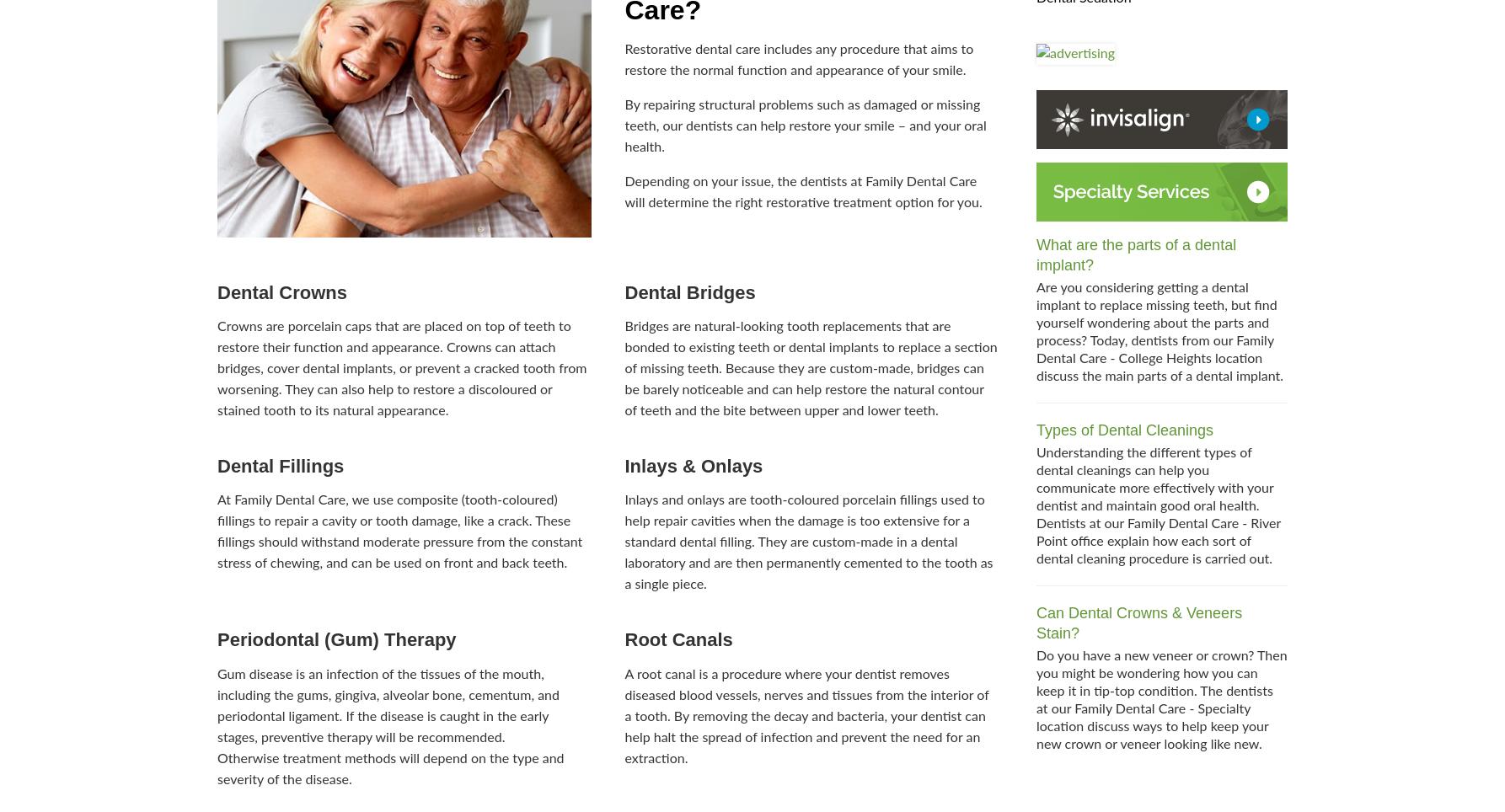  What do you see at coordinates (692, 465) in the screenshot?
I see `'Inlays & Onlays'` at bounding box center [692, 465].